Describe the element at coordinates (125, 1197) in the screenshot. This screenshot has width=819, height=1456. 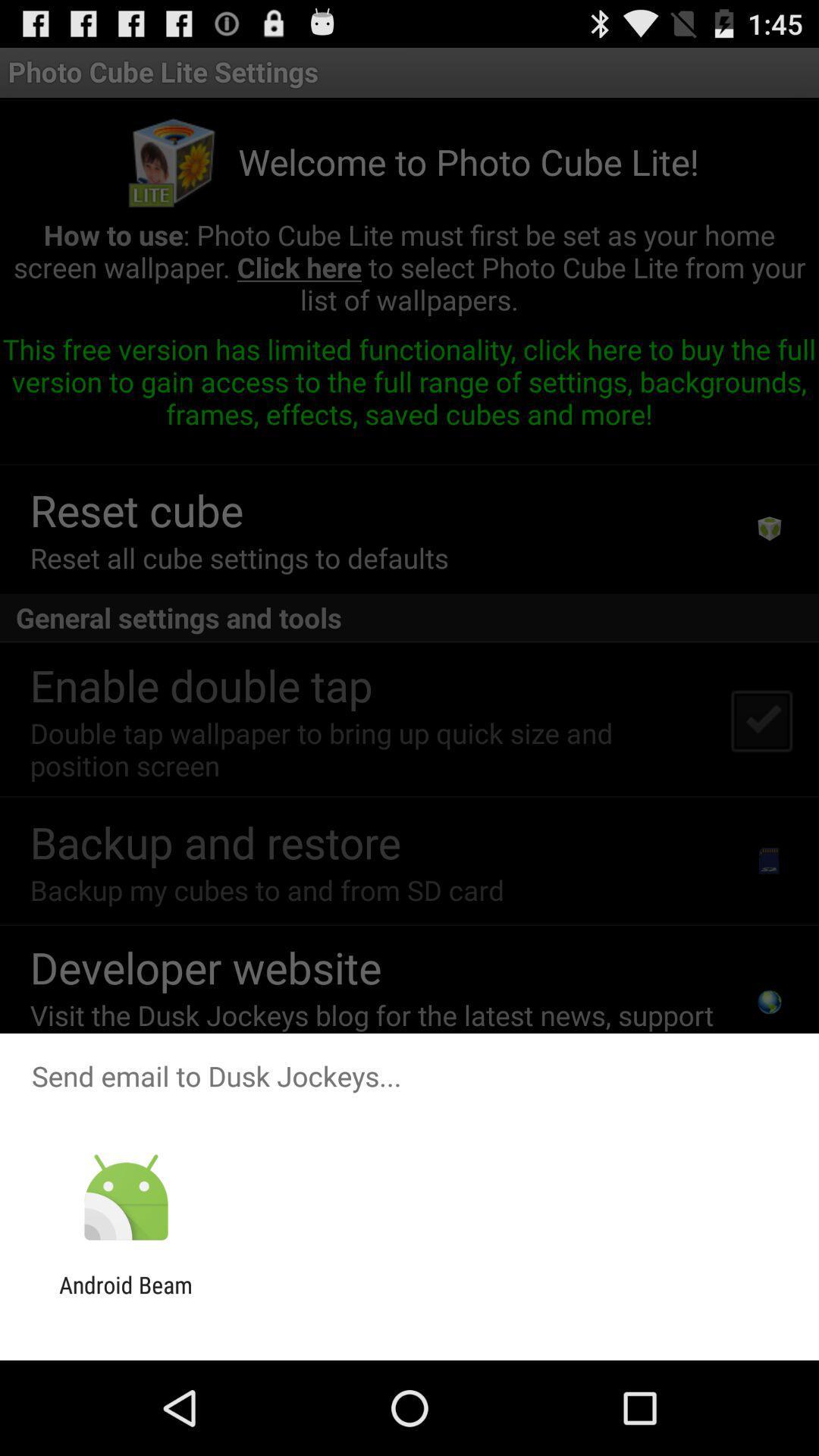
I see `the app above android beam app` at that location.